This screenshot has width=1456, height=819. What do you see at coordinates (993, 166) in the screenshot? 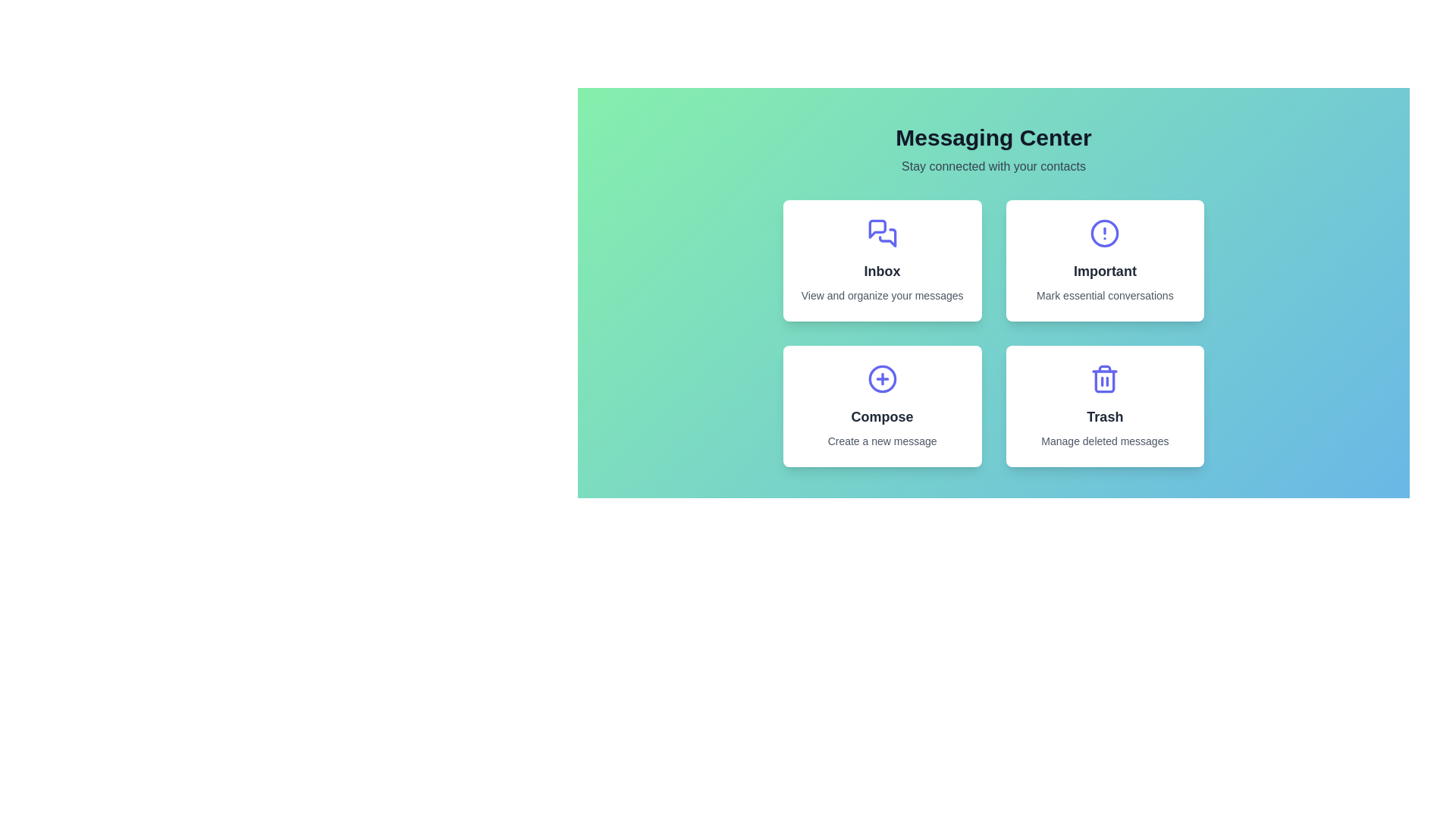
I see `the Text Label providing supportive information below the 'Messaging Center' heading, which emphasizes connectivity with contacts` at bounding box center [993, 166].